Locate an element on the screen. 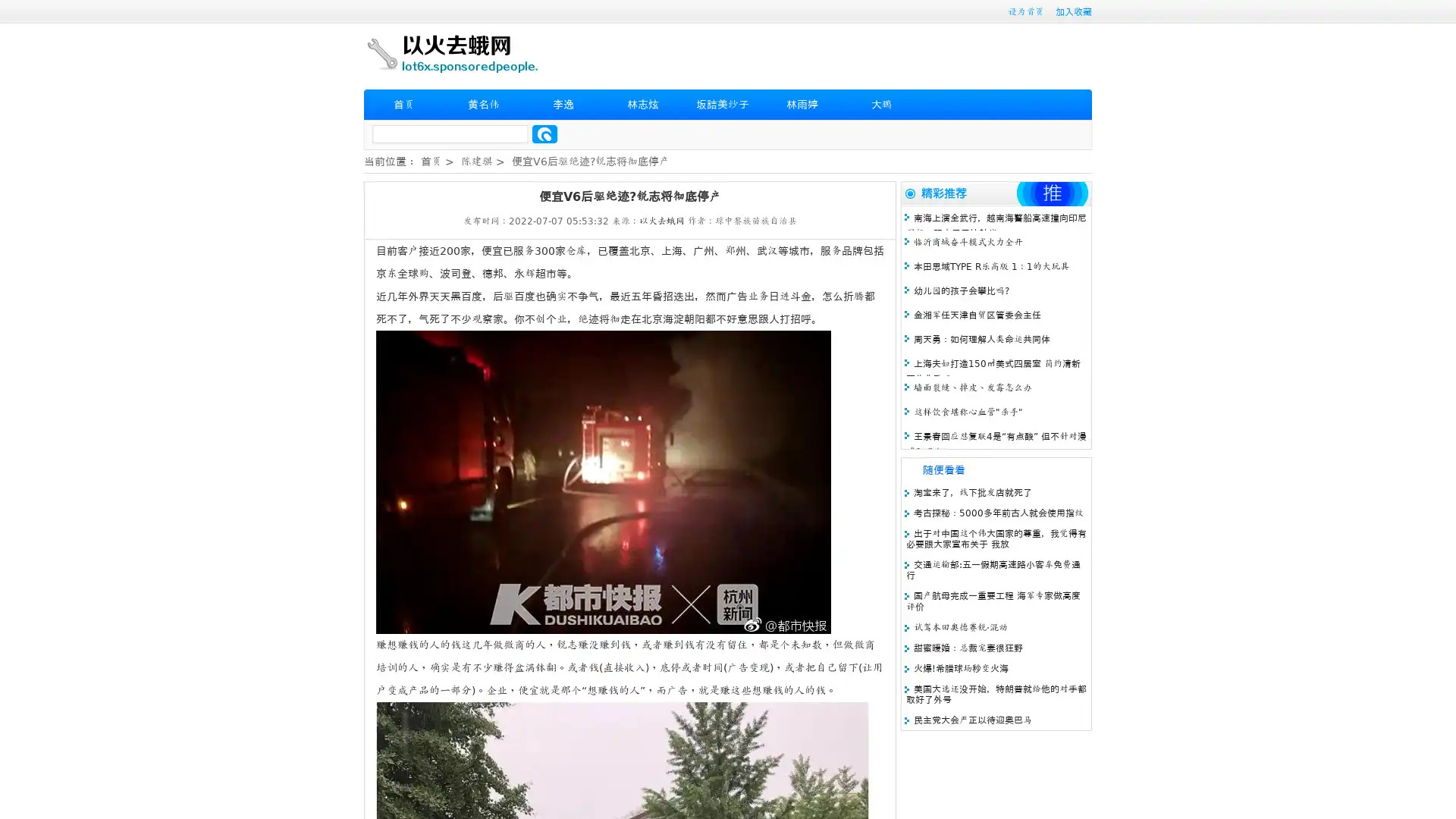 Image resolution: width=1456 pixels, height=819 pixels. Search is located at coordinates (544, 133).